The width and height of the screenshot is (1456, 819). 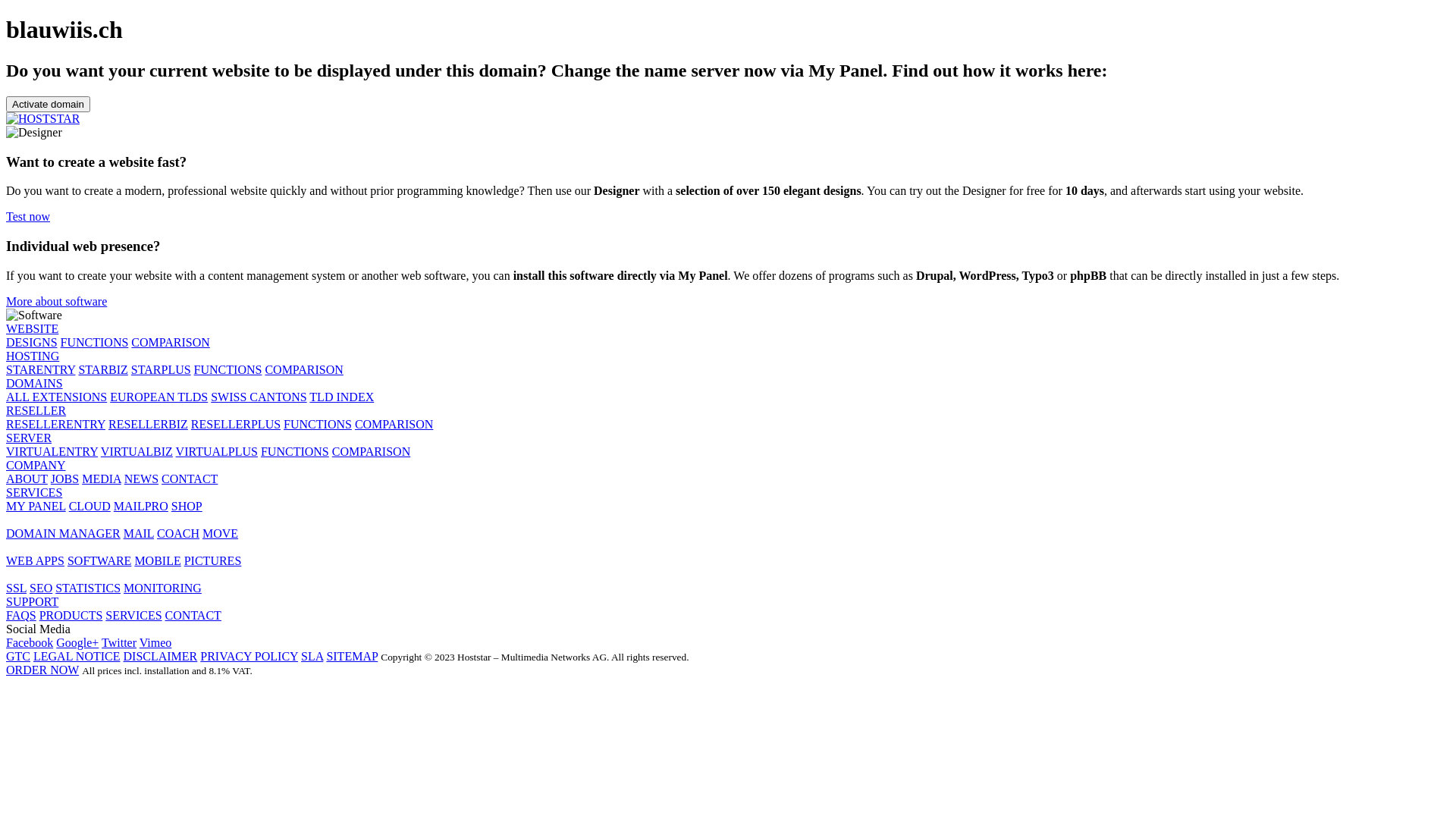 What do you see at coordinates (42, 669) in the screenshot?
I see `'ORDER NOW'` at bounding box center [42, 669].